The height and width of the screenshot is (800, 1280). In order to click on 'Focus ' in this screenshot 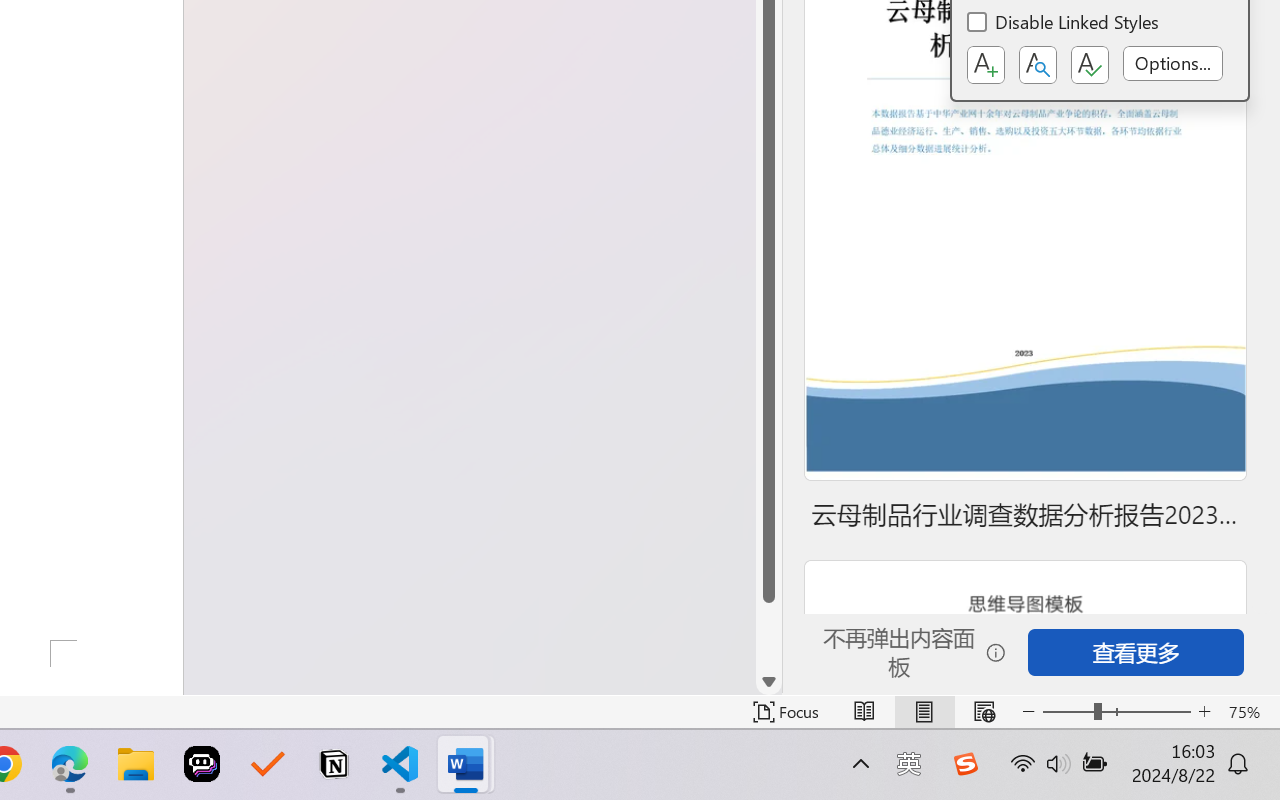, I will do `click(785, 711)`.